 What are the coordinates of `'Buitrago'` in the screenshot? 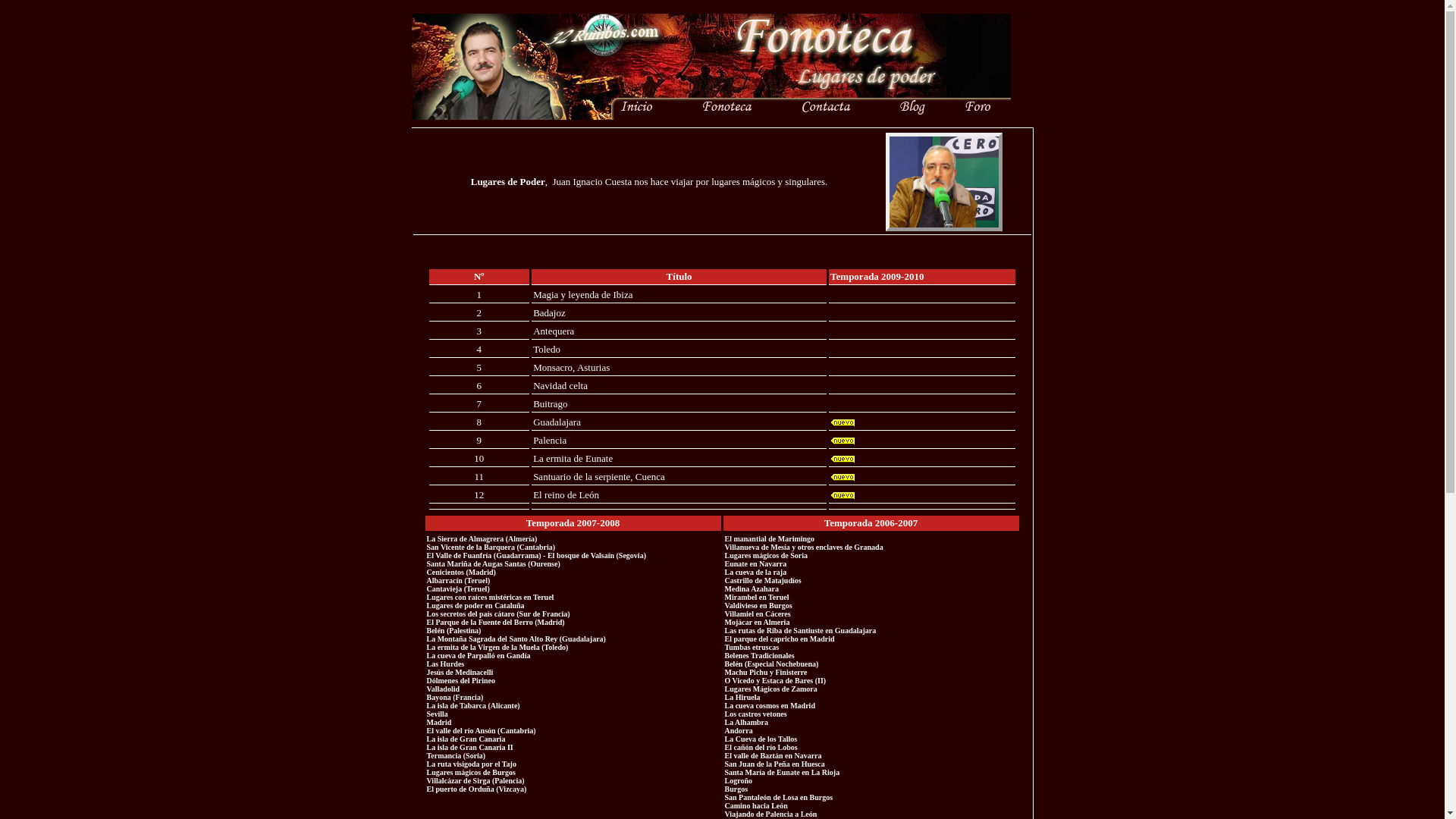 It's located at (549, 402).